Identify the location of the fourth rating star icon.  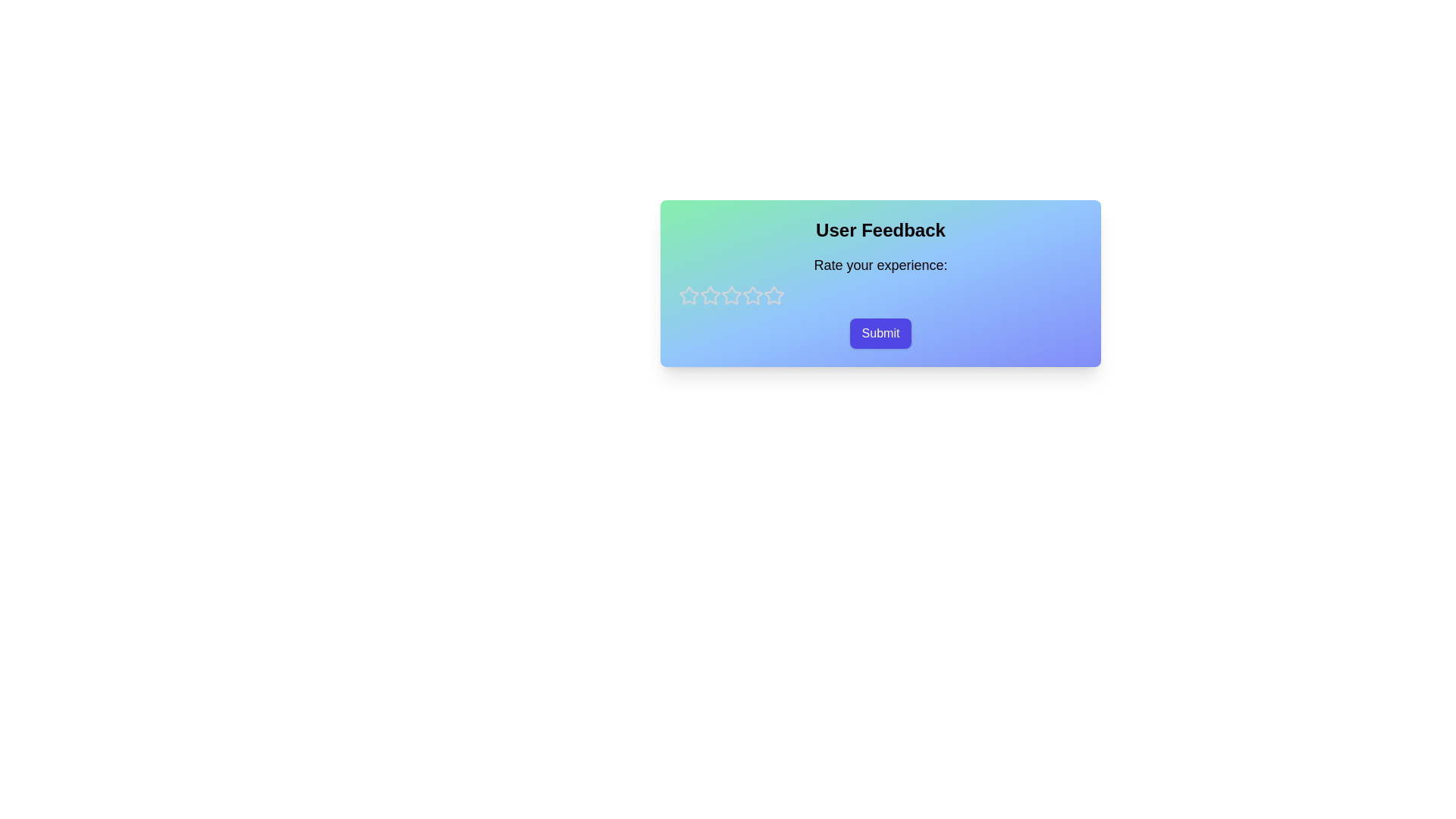
(731, 295).